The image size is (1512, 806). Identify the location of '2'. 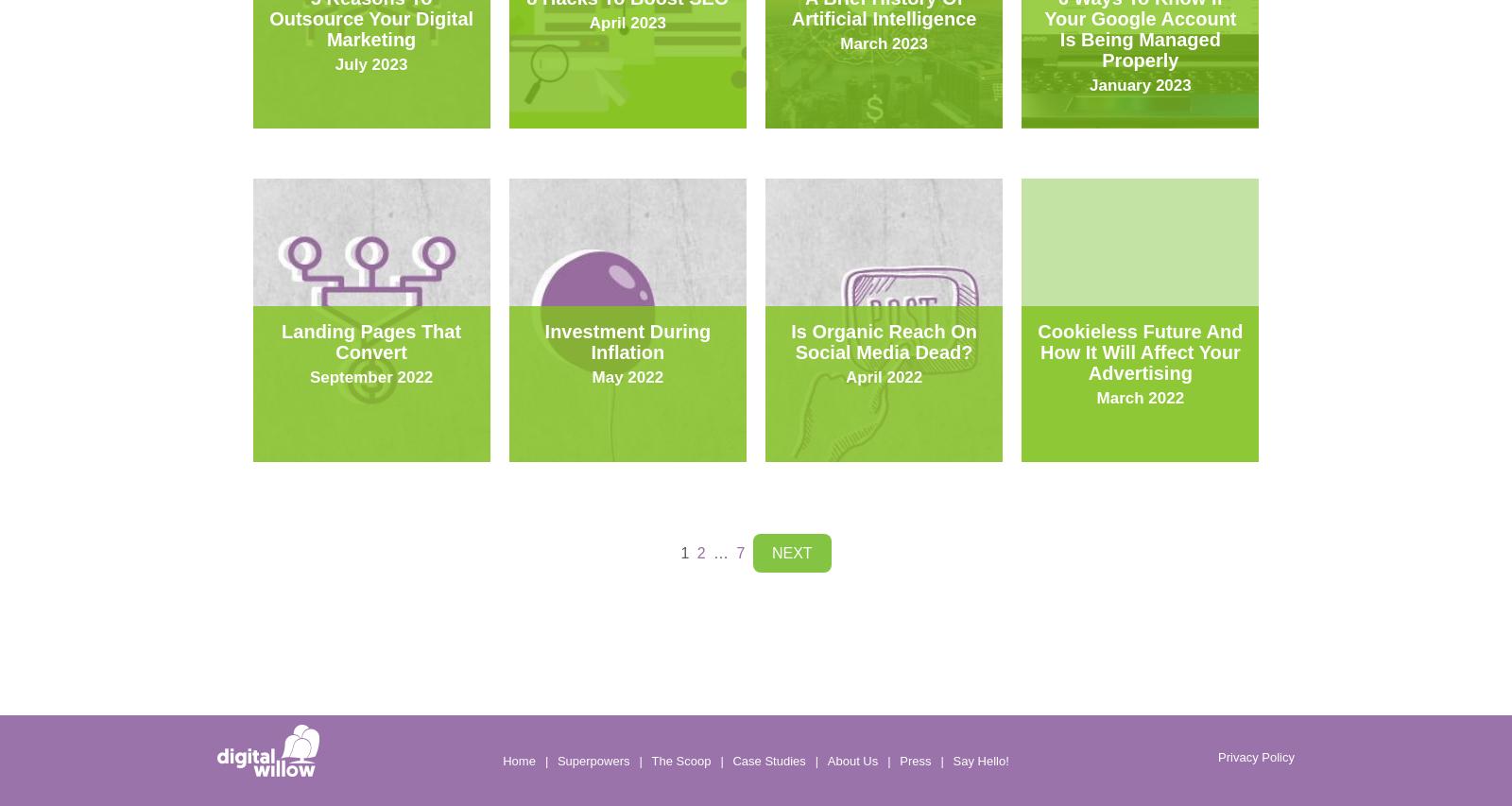
(700, 553).